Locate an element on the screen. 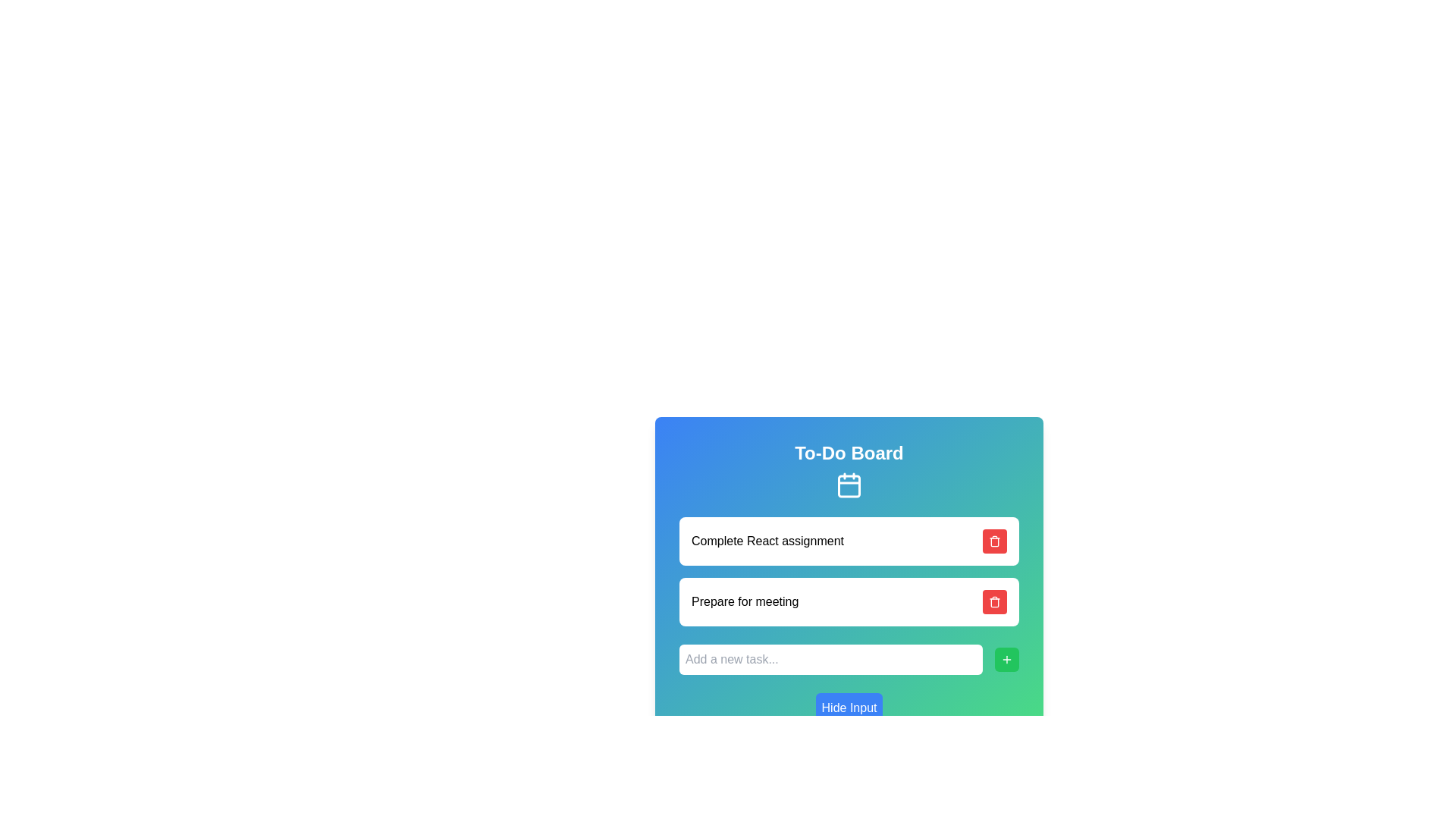  the action button located at the right end of the input field labeled 'Add a new task...' is located at coordinates (1007, 659).